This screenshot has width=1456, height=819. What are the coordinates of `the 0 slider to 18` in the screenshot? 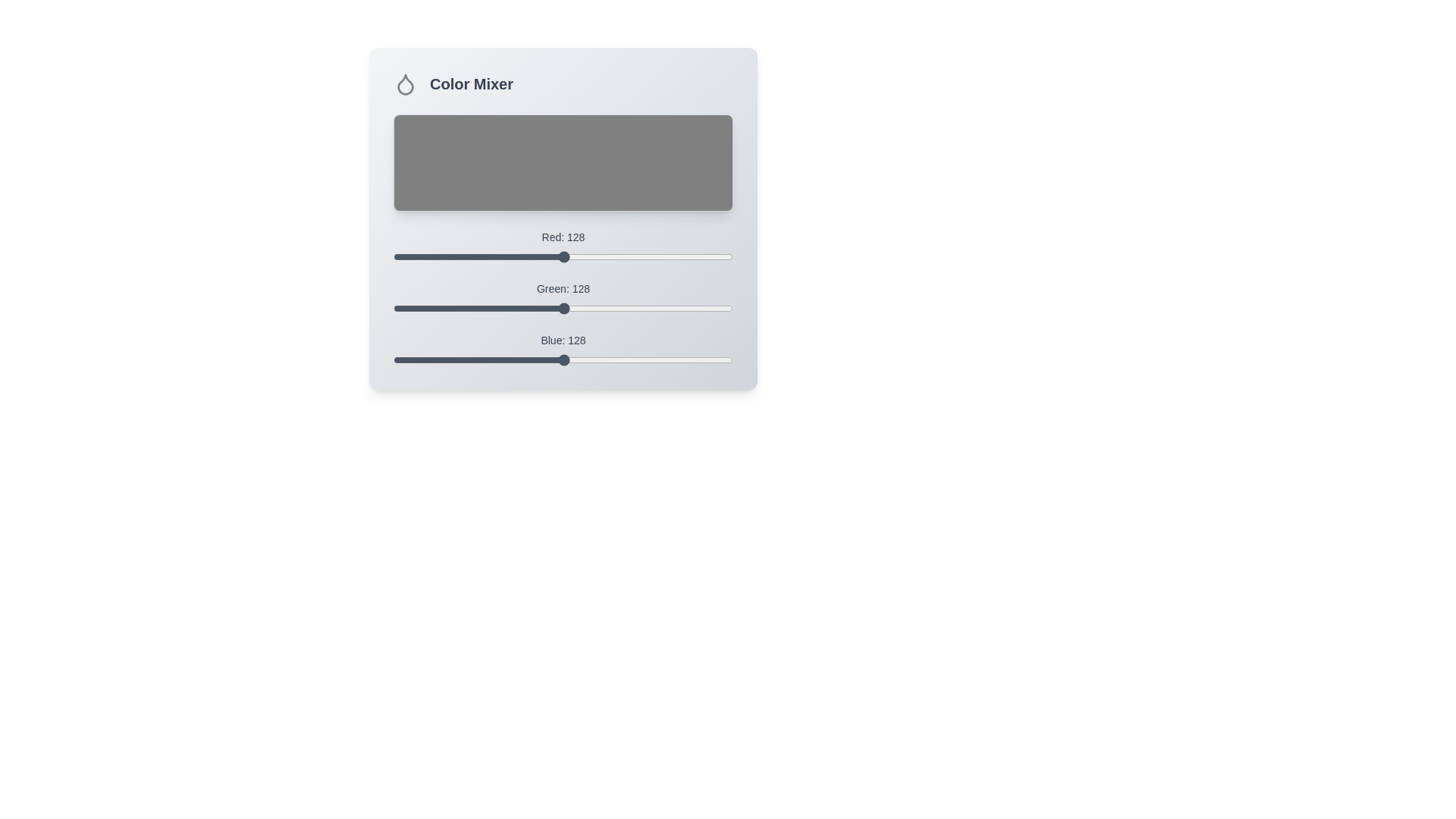 It's located at (417, 250).